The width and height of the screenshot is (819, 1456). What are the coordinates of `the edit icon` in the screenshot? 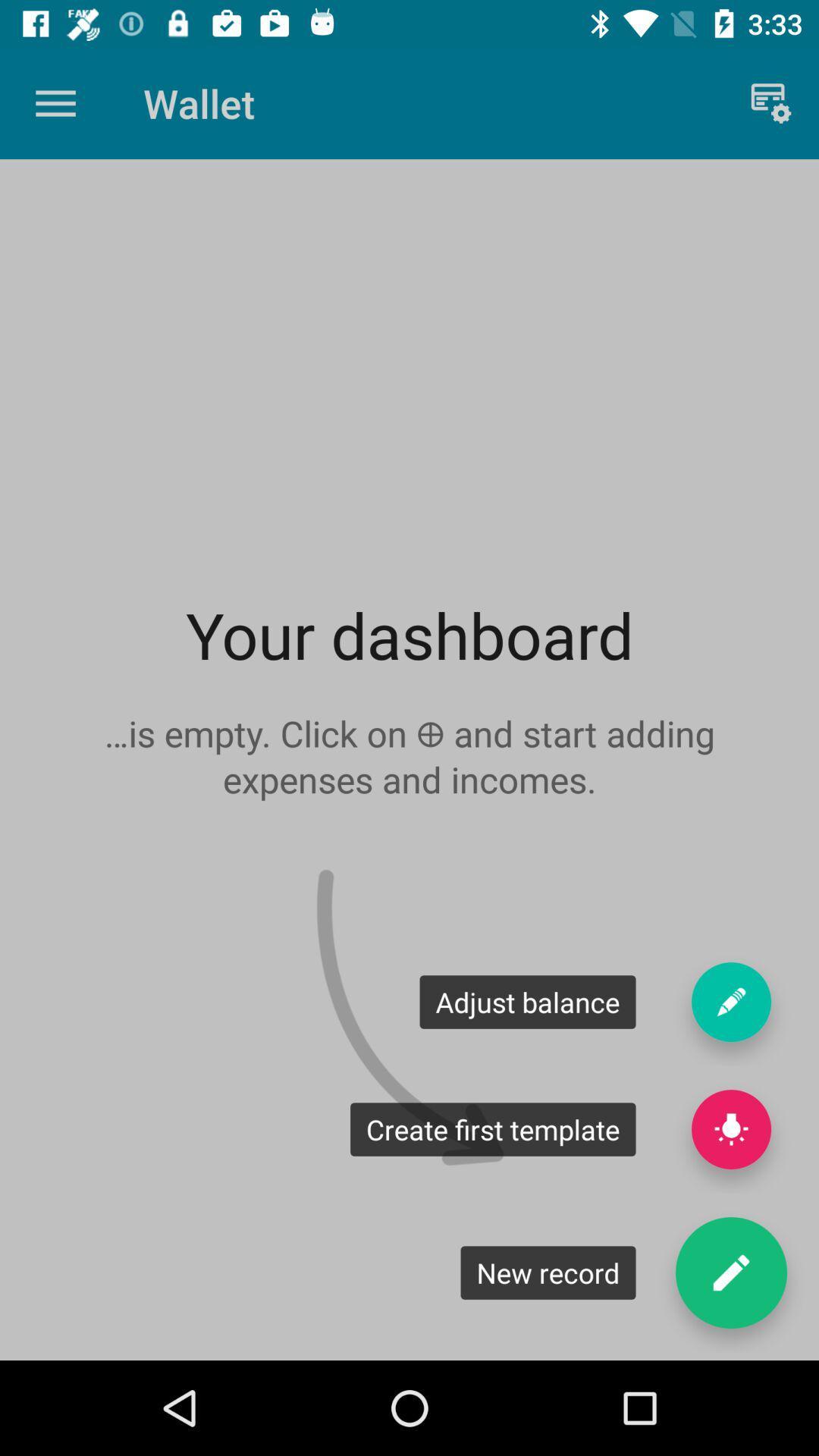 It's located at (730, 1002).